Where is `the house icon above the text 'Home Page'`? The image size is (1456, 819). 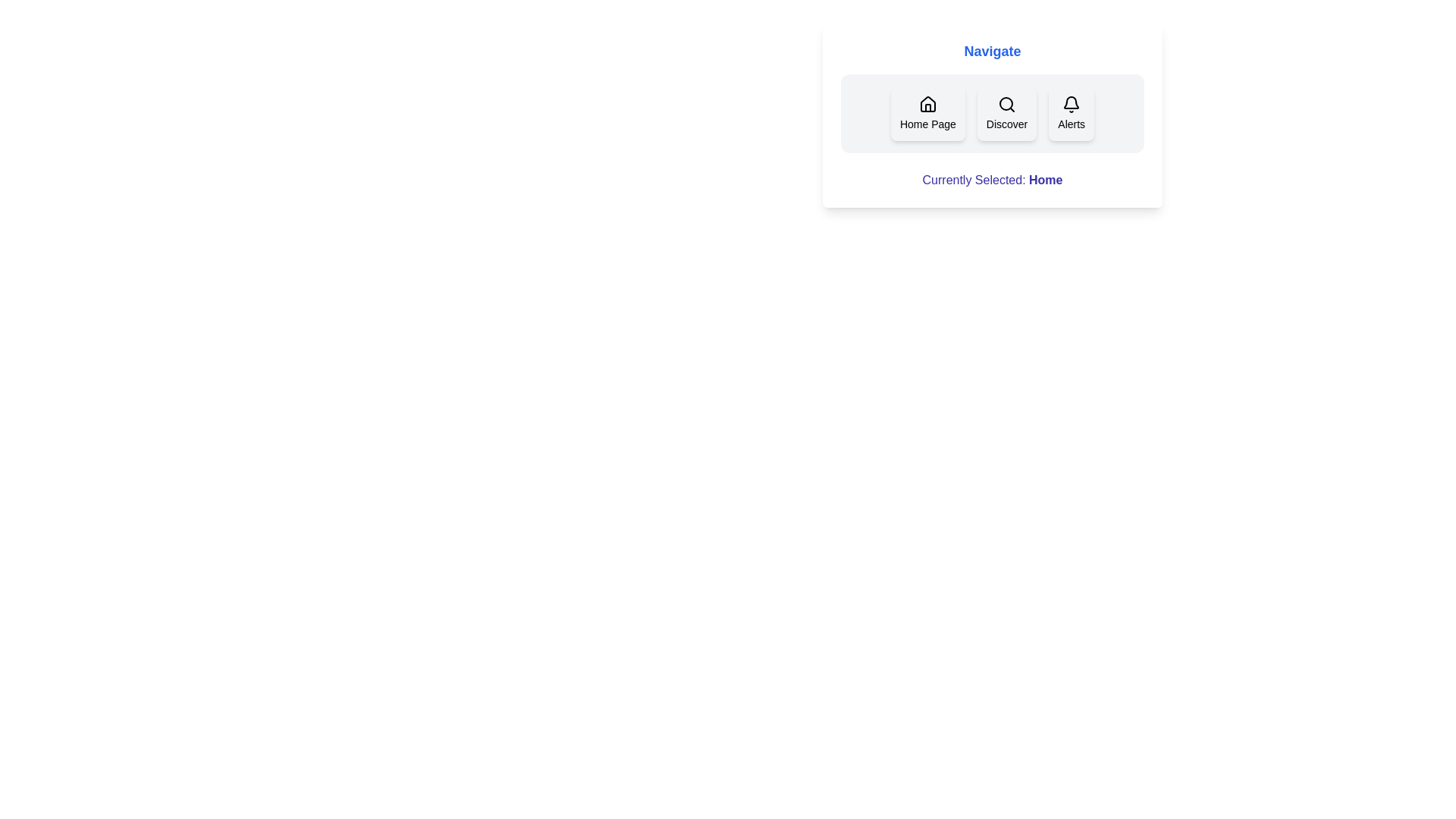 the house icon above the text 'Home Page' is located at coordinates (927, 104).